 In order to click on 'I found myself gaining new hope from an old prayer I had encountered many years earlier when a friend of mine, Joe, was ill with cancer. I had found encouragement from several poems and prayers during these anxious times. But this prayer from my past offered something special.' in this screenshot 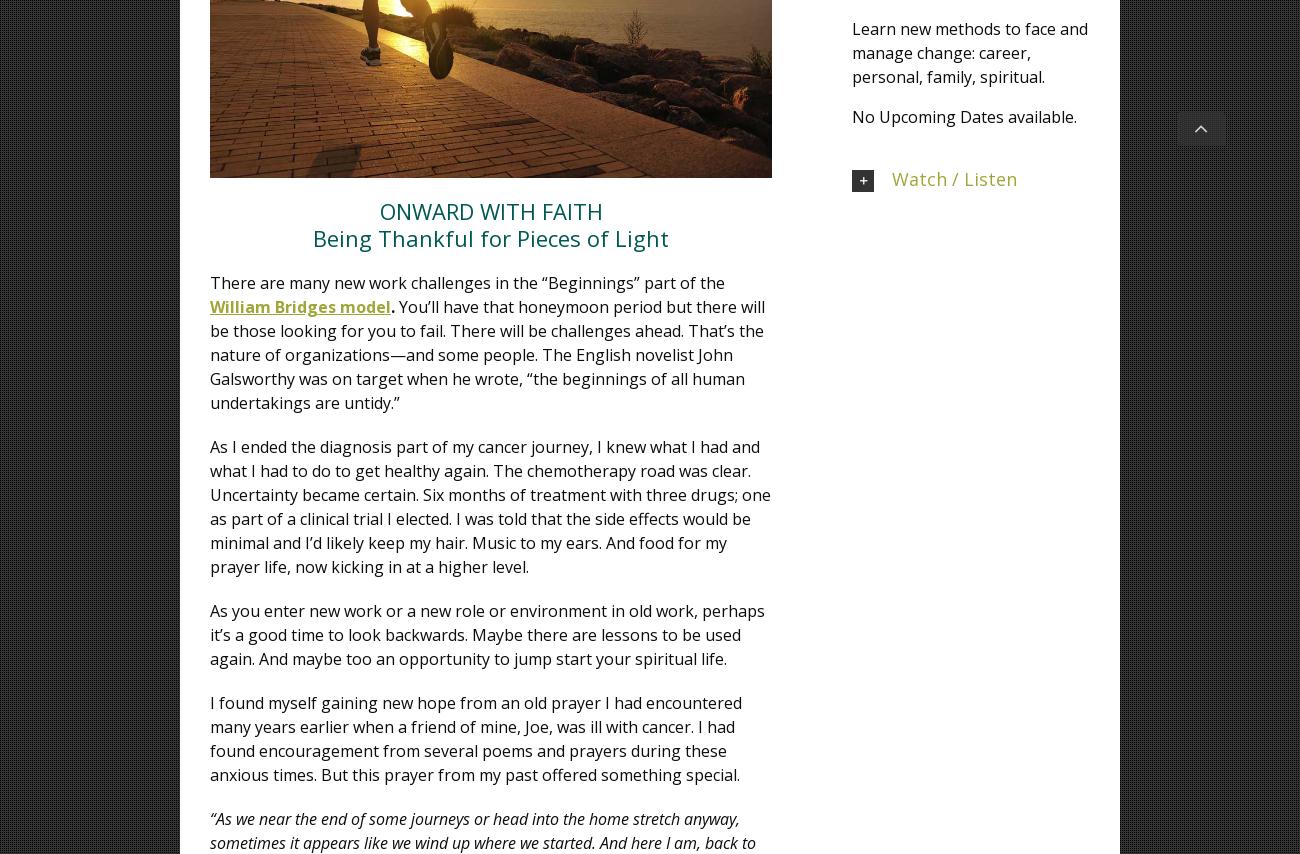, I will do `click(475, 737)`.